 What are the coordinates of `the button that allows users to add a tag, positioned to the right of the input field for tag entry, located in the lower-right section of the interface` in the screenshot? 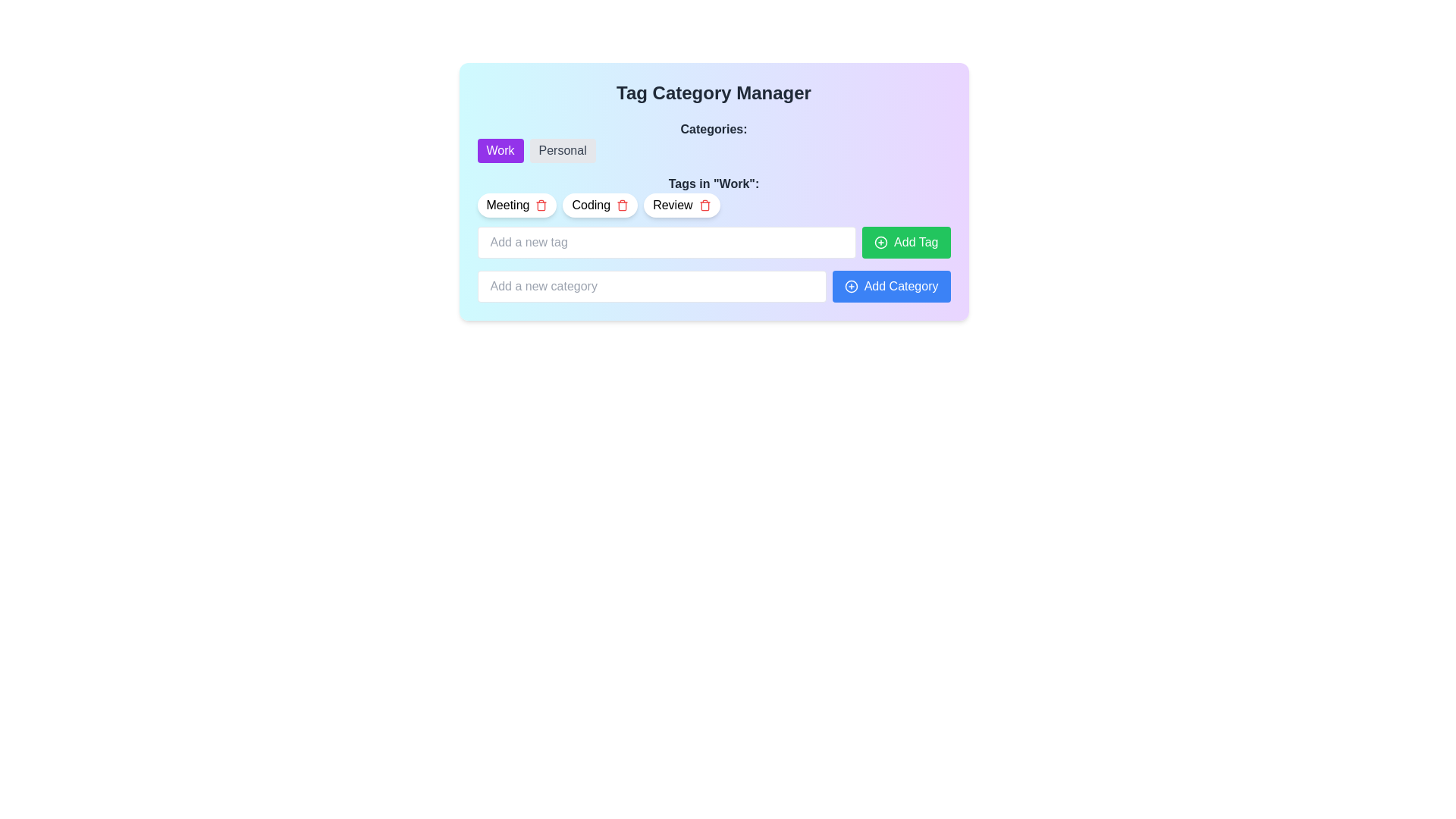 It's located at (906, 242).